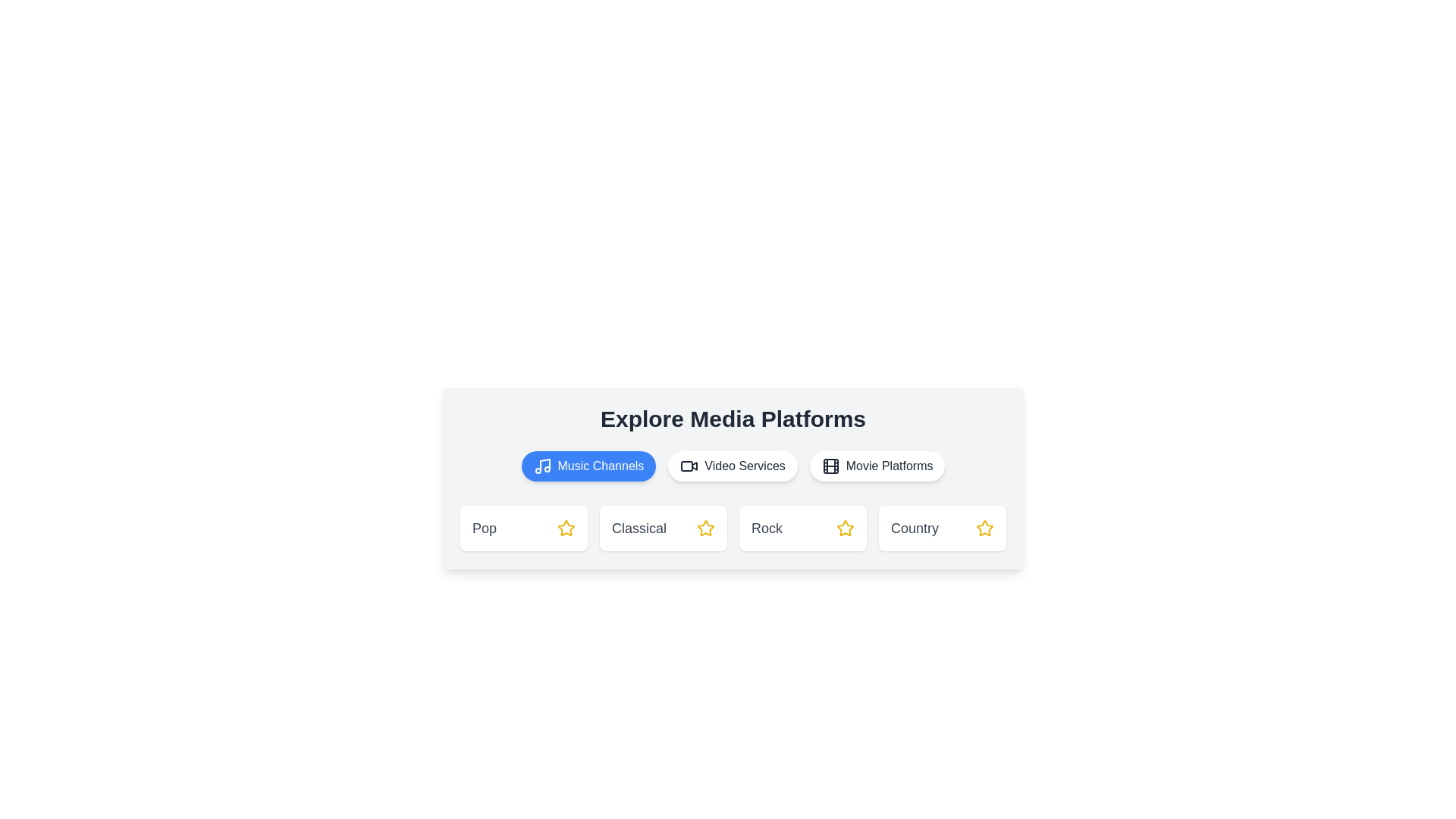  Describe the element at coordinates (844, 527) in the screenshot. I see `the third rating star icon from the left, which is a yellow star shape with a hollow center, located under the 'Rock' label in the rating group` at that location.